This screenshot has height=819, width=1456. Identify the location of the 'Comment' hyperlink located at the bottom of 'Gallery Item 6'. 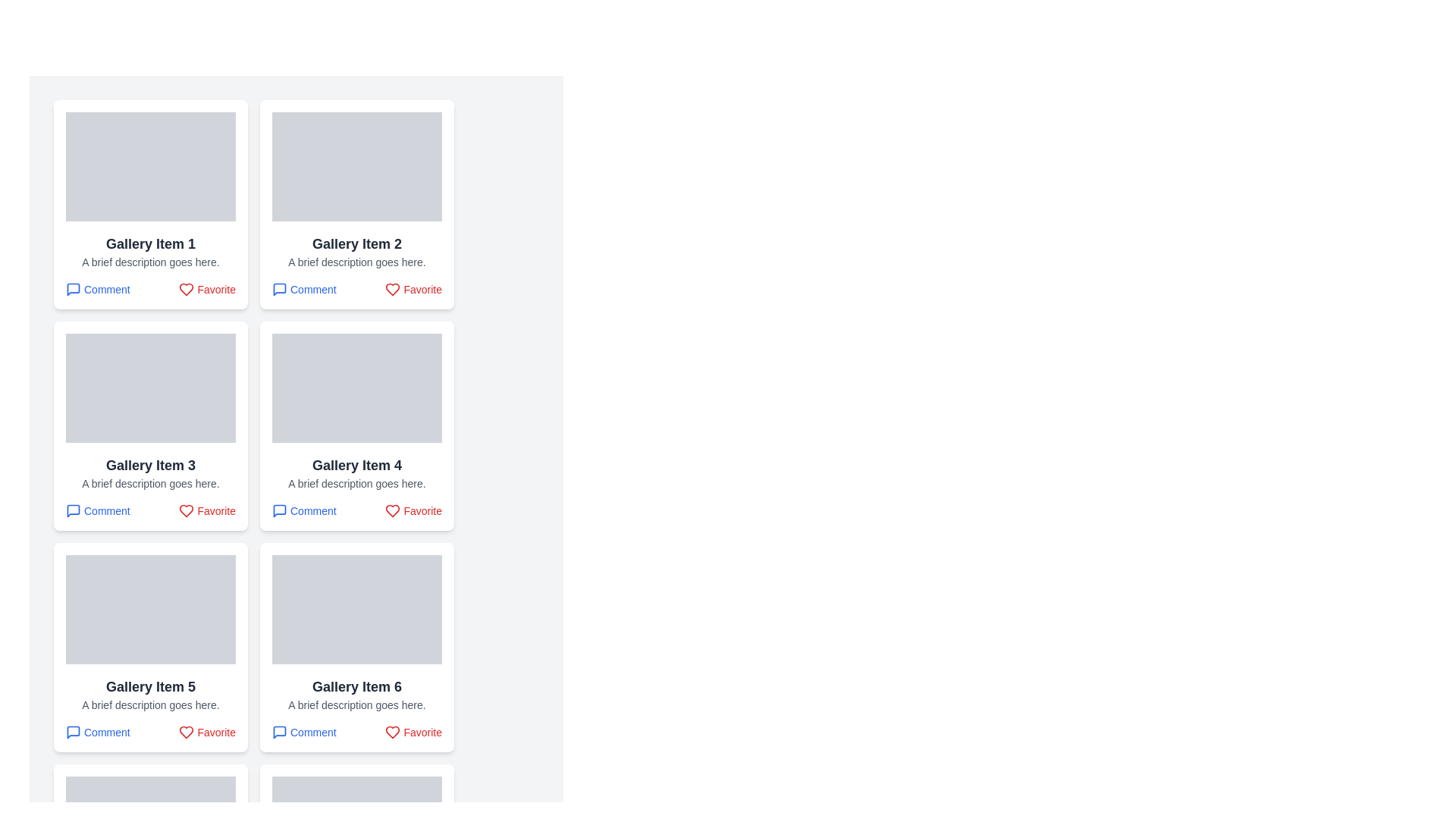
(303, 731).